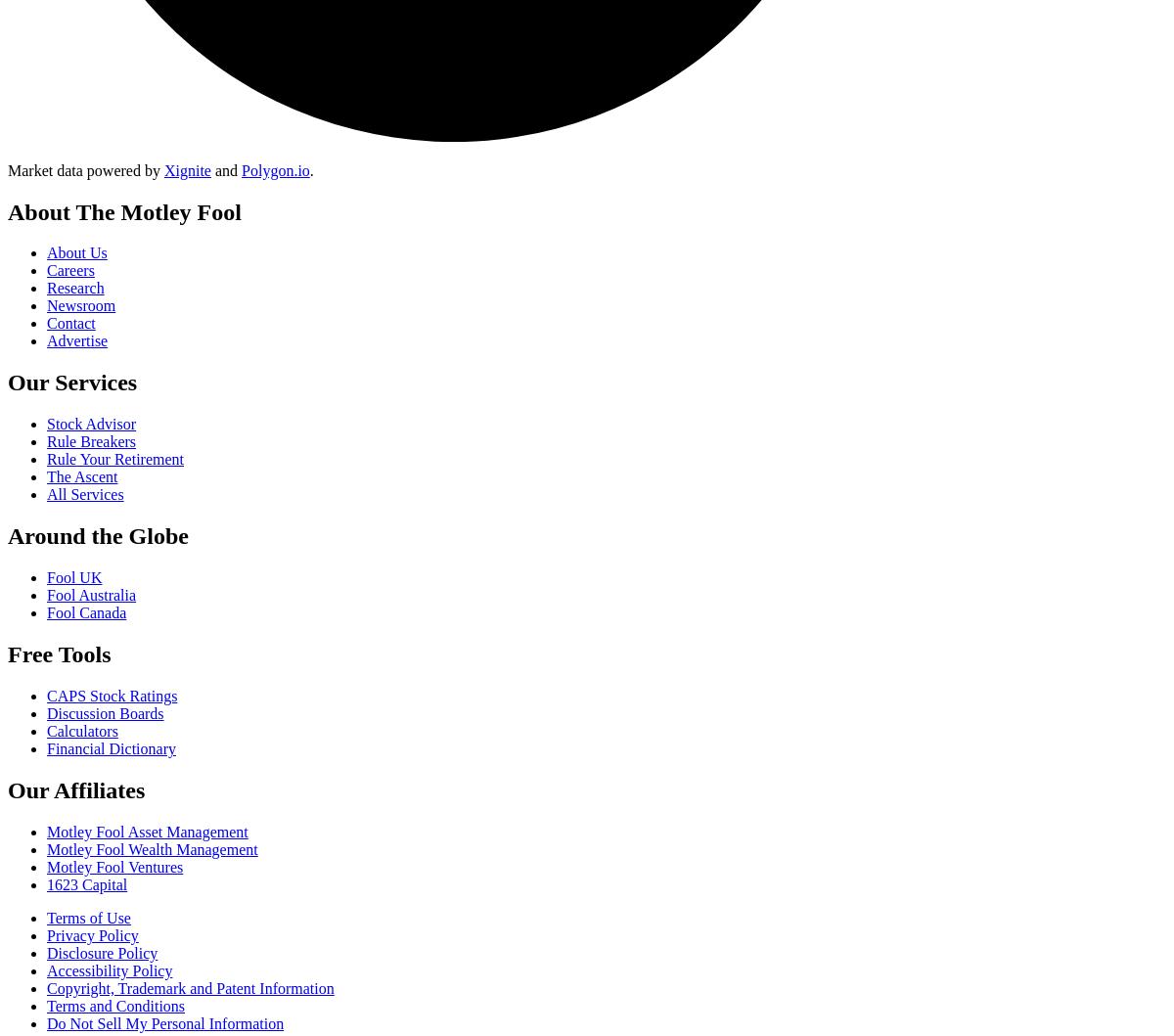  What do you see at coordinates (91, 441) in the screenshot?
I see `'Rule Breakers'` at bounding box center [91, 441].